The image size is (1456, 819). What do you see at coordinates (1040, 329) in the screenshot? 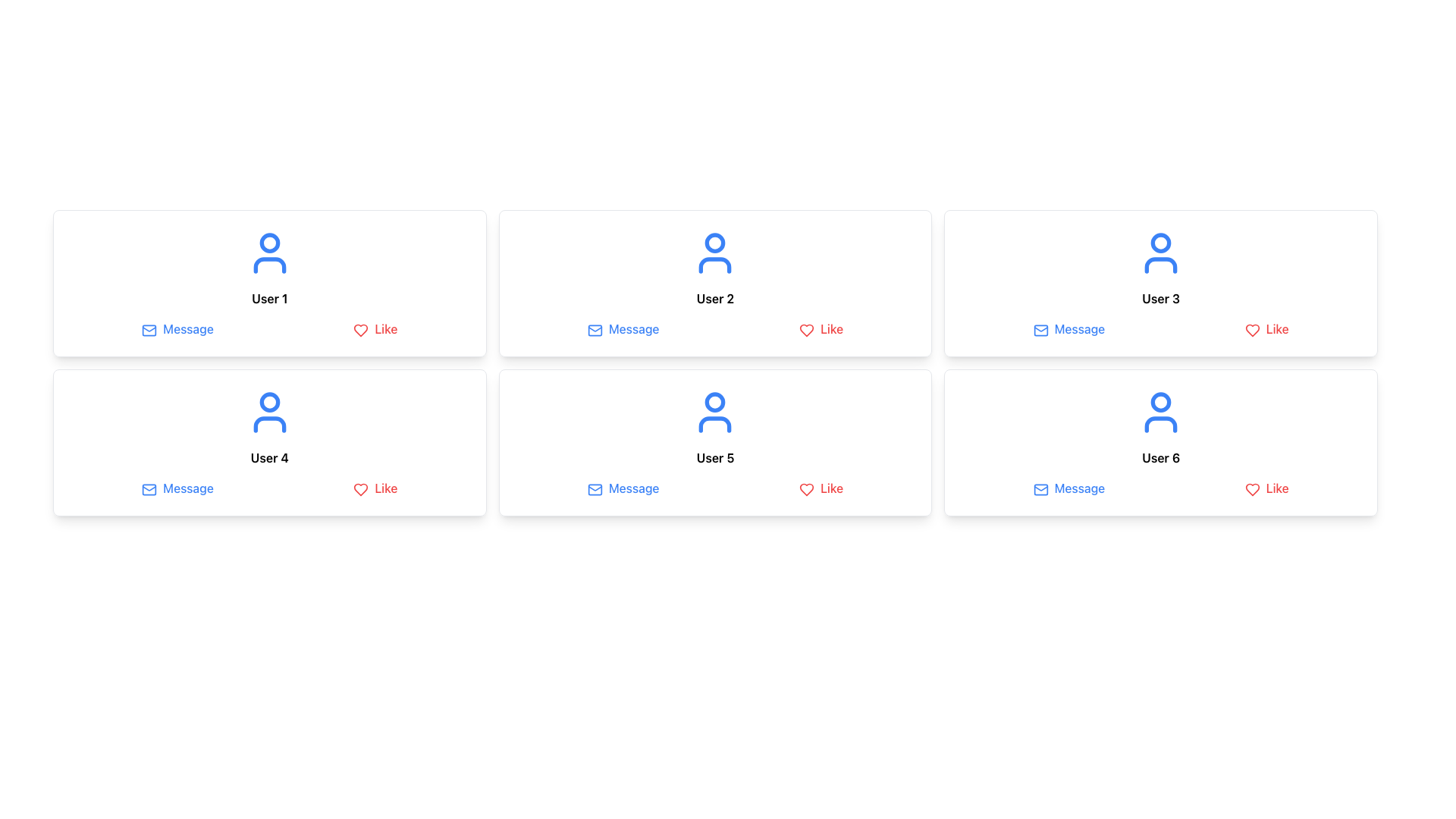
I see `the envelope icon located to the left of the 'Message' text in the button under the user card for 'User 3' in the third column of the top row` at bounding box center [1040, 329].